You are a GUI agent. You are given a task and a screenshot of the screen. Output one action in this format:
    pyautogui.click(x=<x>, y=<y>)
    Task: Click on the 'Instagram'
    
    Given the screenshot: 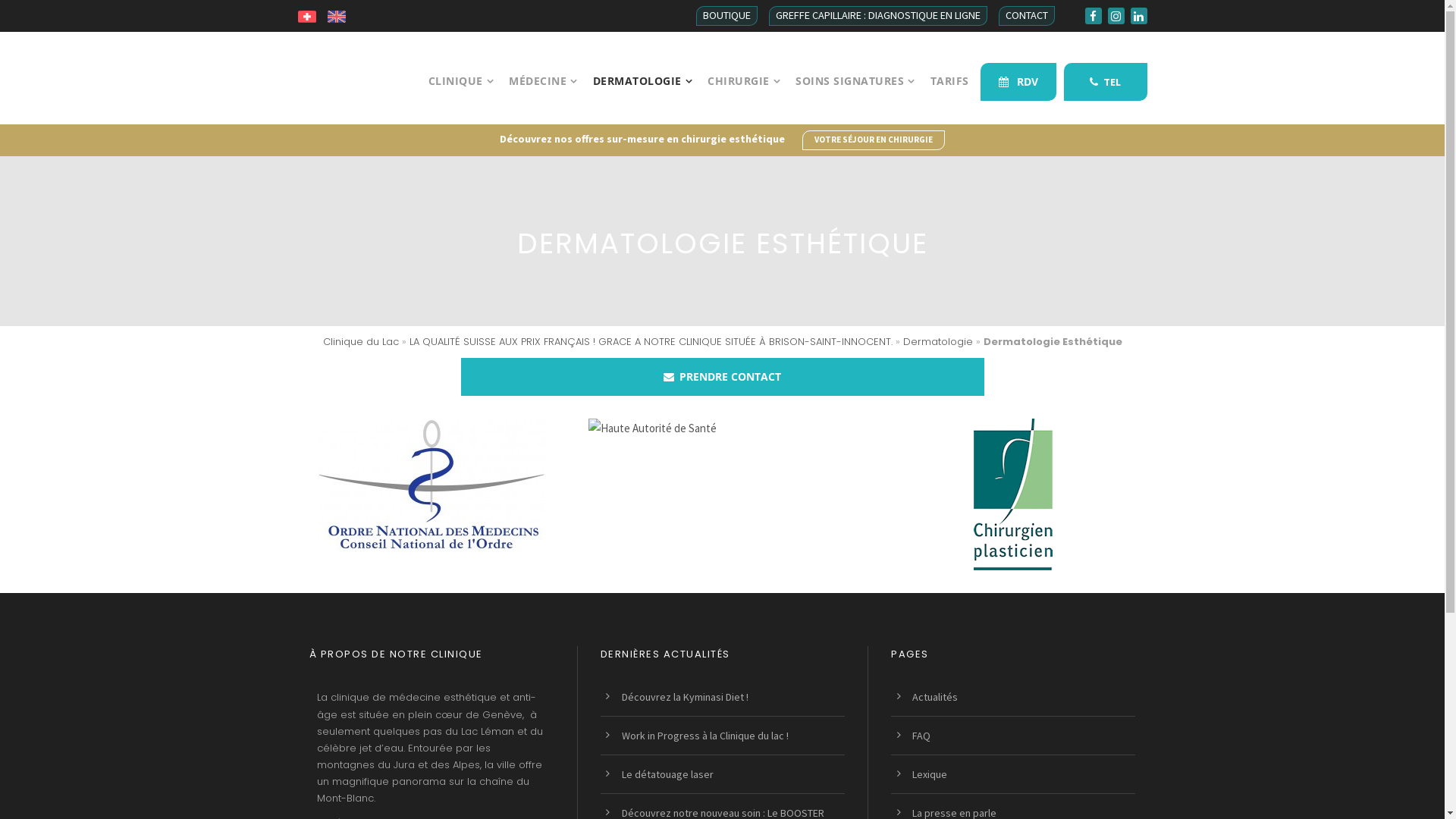 What is the action you would take?
    pyautogui.click(x=1115, y=15)
    